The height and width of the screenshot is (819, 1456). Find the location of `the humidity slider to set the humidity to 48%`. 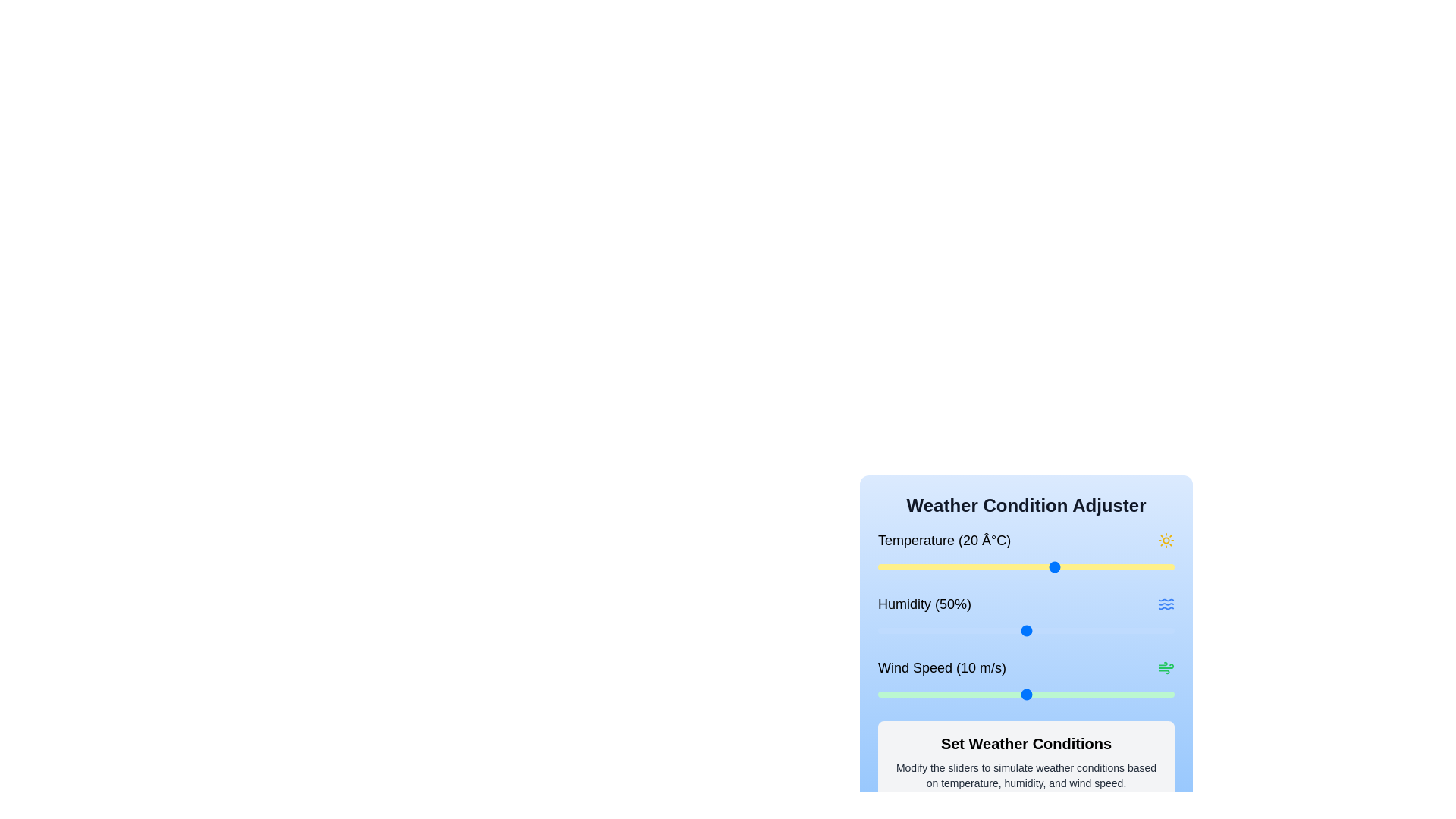

the humidity slider to set the humidity to 48% is located at coordinates (1020, 631).